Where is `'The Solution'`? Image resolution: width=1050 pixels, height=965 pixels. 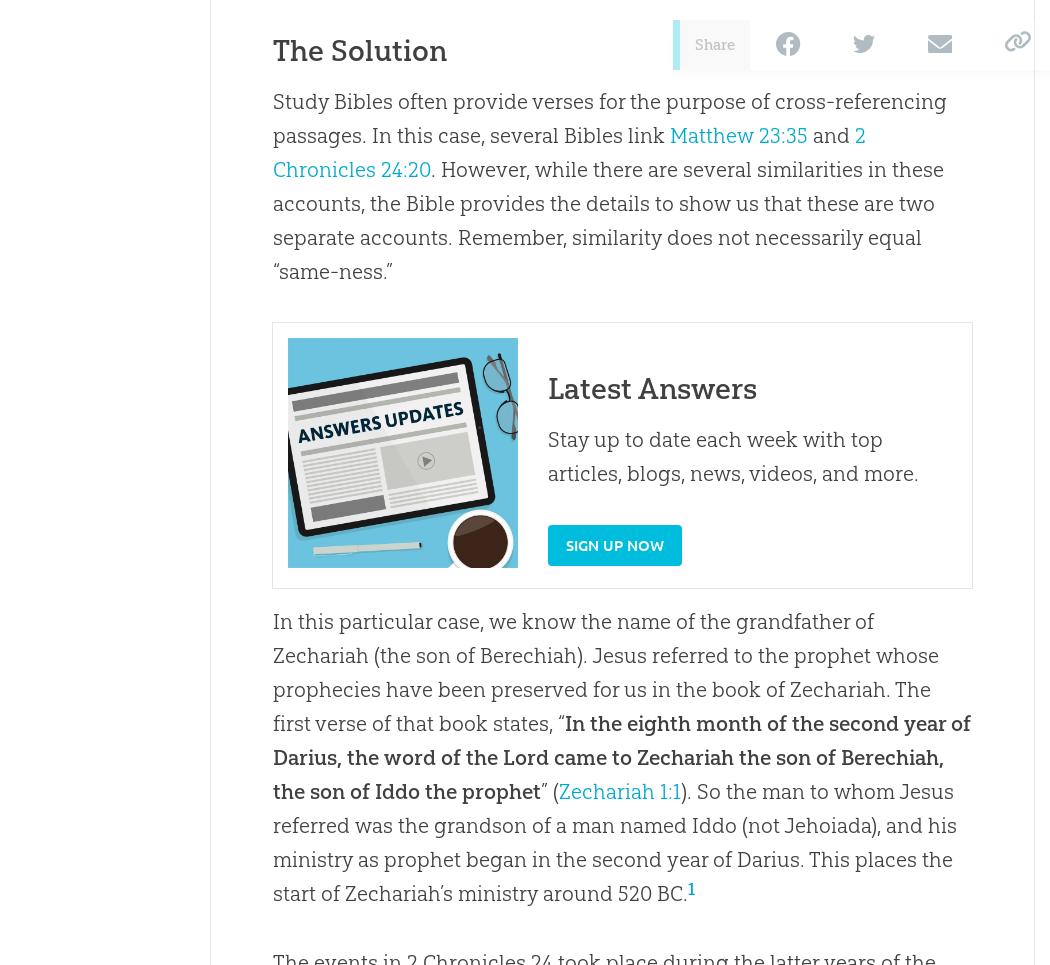
'The Solution' is located at coordinates (357, 50).